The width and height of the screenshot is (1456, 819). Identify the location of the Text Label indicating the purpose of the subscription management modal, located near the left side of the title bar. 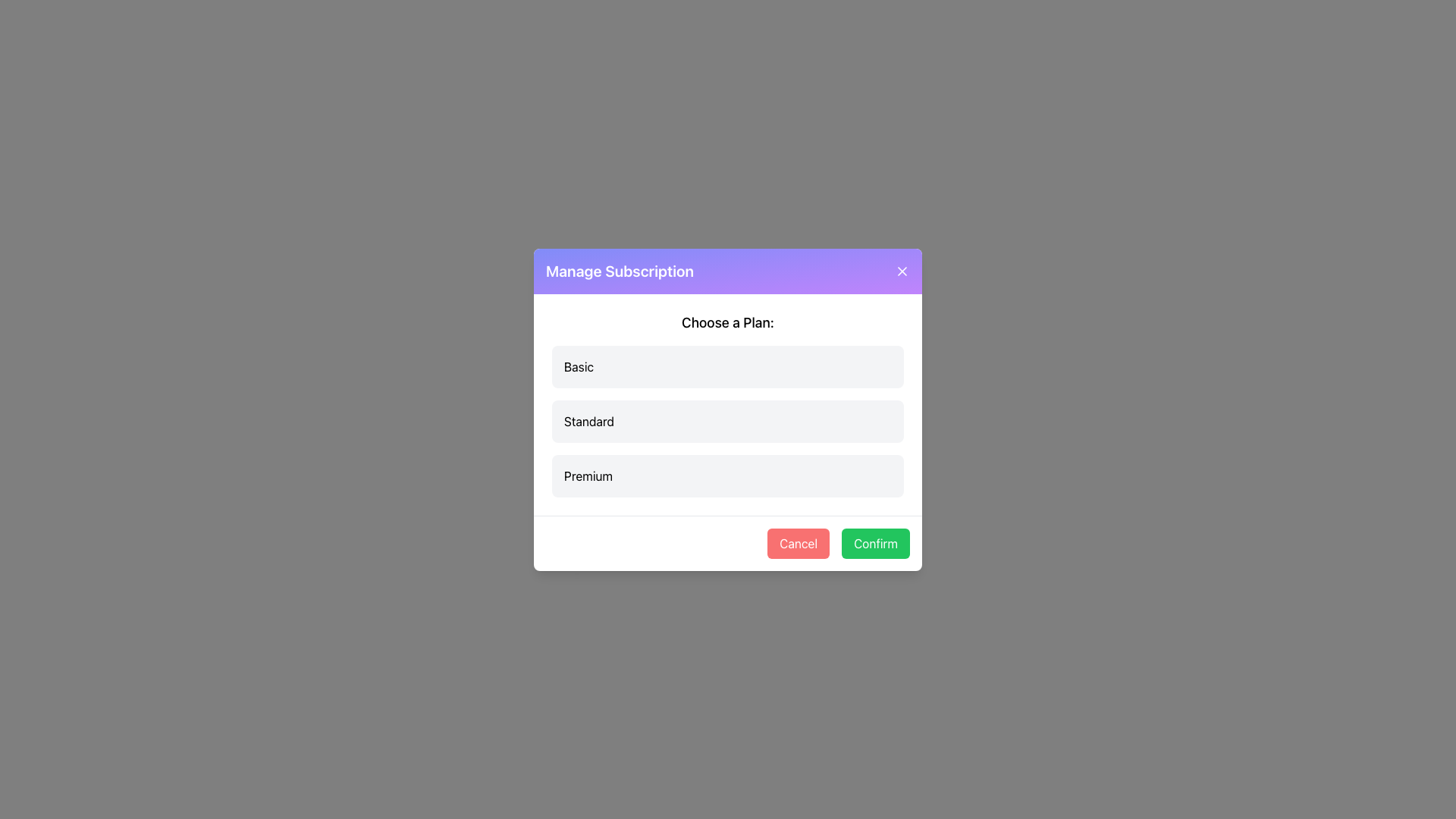
(620, 270).